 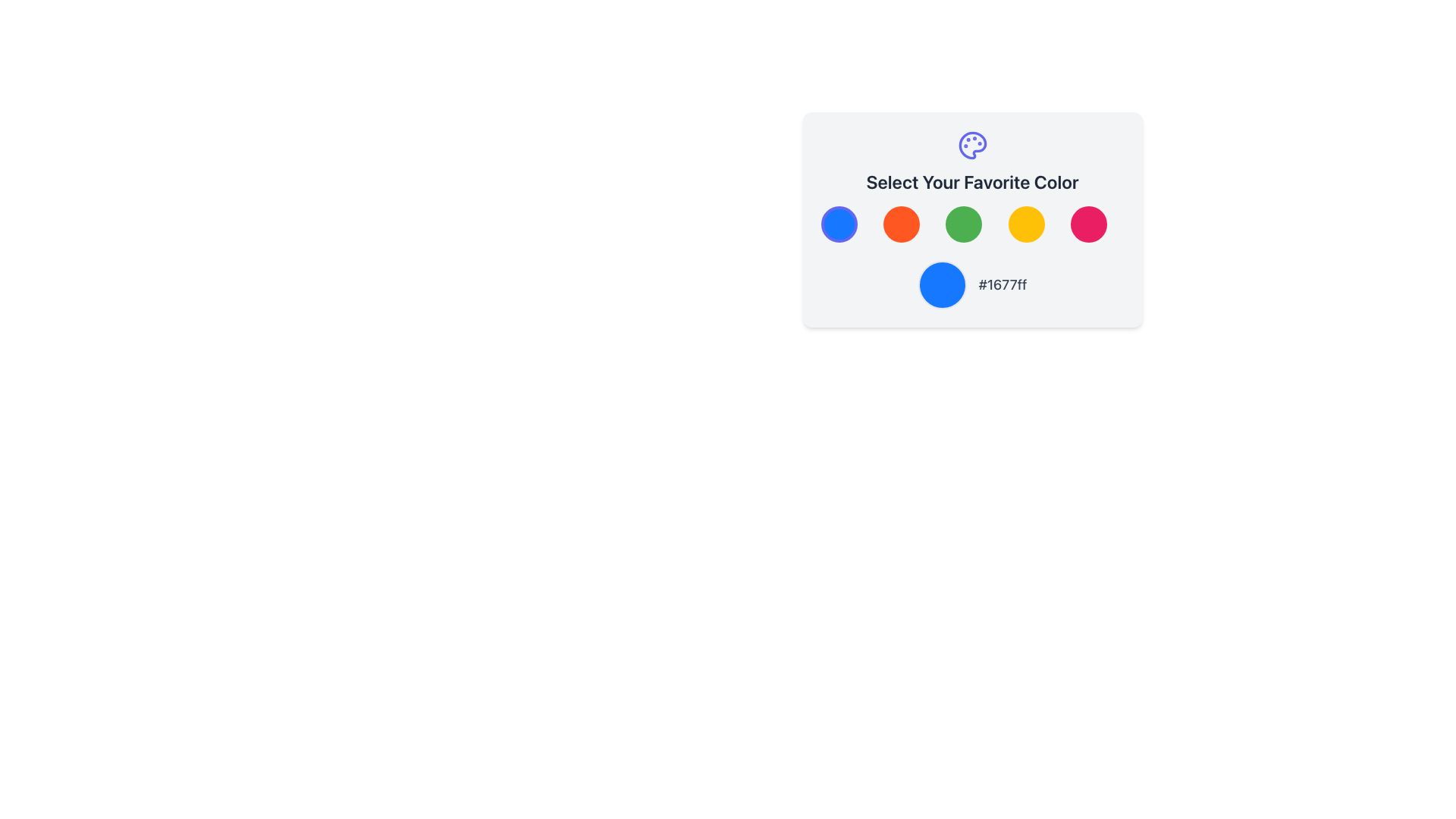 I want to click on the Circle Button, so click(x=972, y=219).